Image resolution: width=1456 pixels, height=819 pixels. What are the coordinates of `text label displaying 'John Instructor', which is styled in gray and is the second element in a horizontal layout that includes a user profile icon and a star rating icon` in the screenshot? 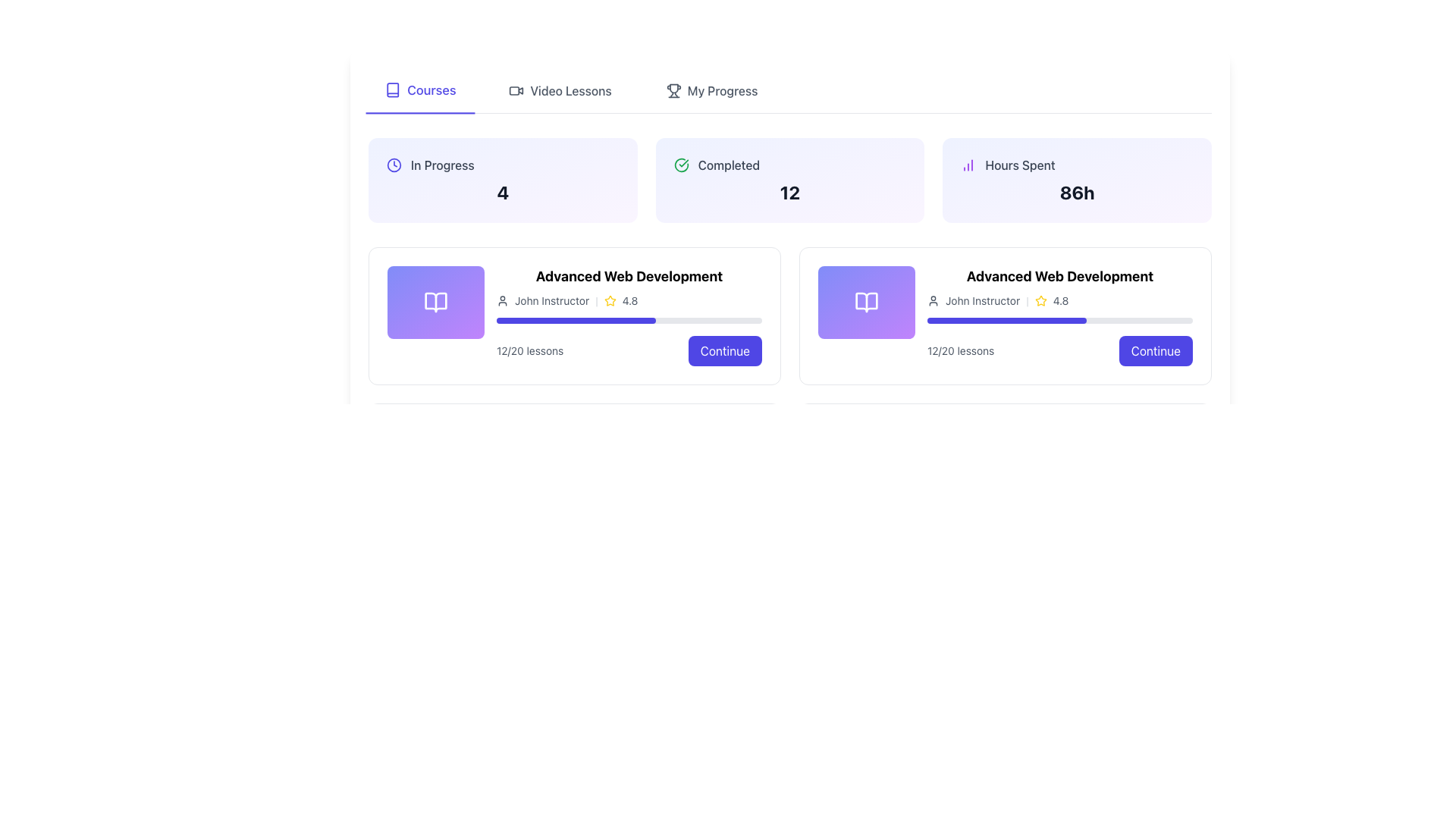 It's located at (551, 301).